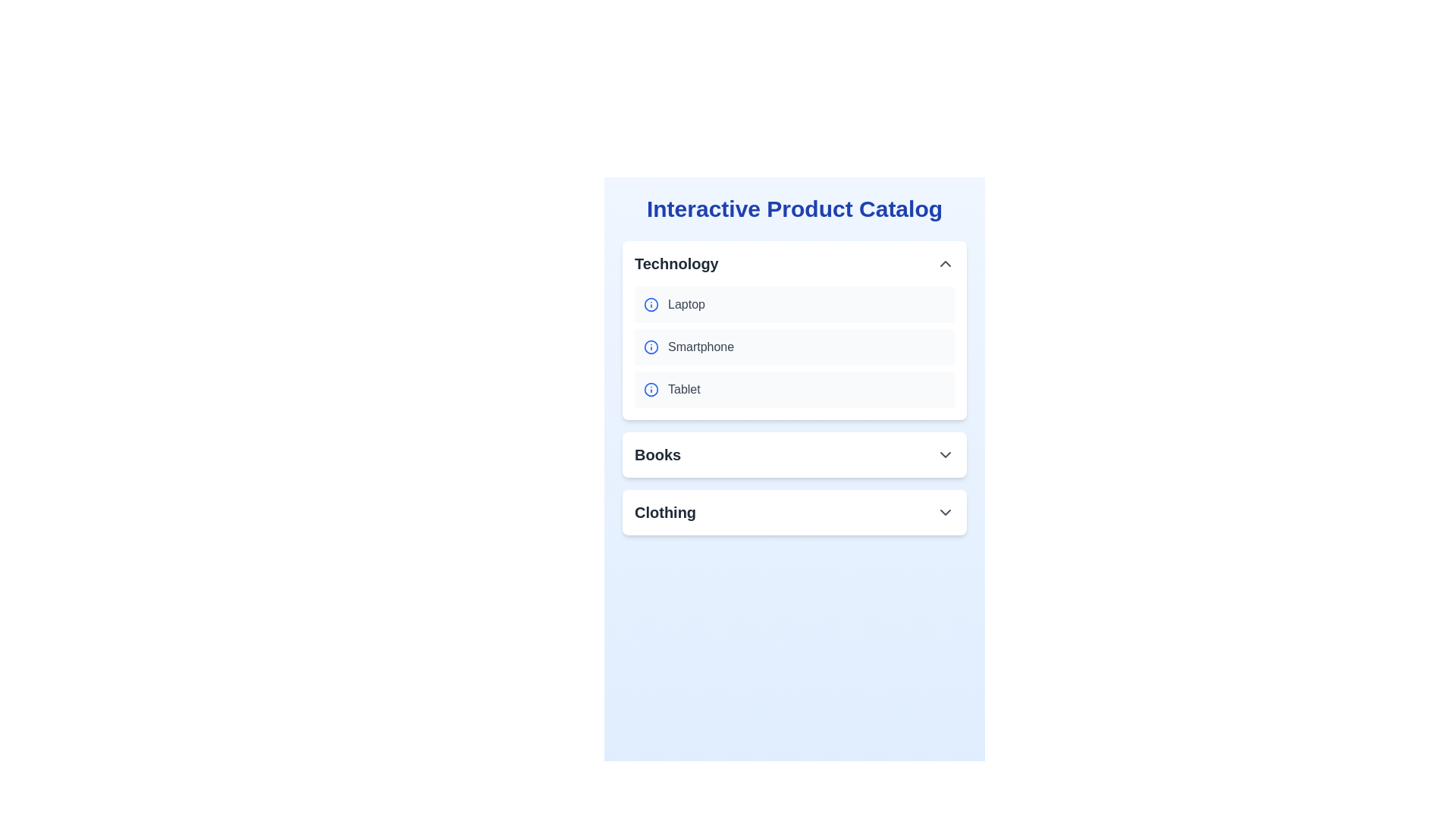  Describe the element at coordinates (793, 347) in the screenshot. I see `the 'Smartphone' list item, which has a light gray background, rounded corners, and is the second item` at that location.